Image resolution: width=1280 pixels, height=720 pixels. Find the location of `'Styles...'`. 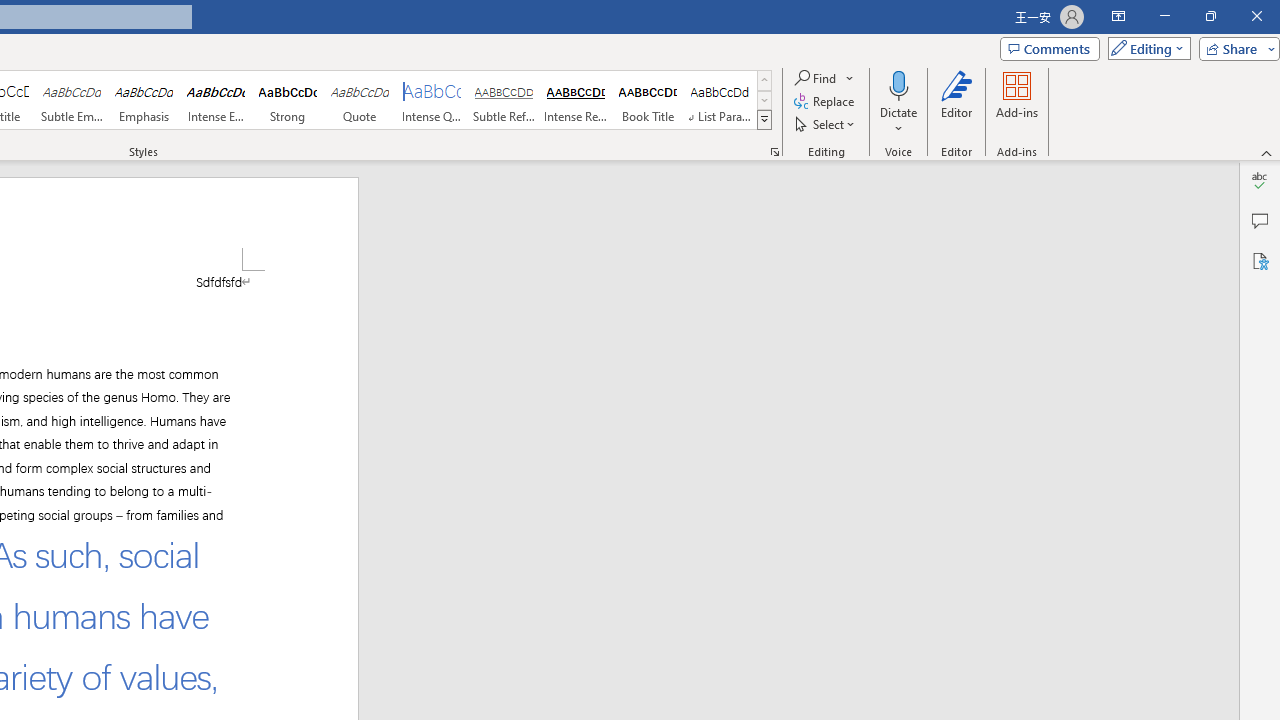

'Styles...' is located at coordinates (774, 150).